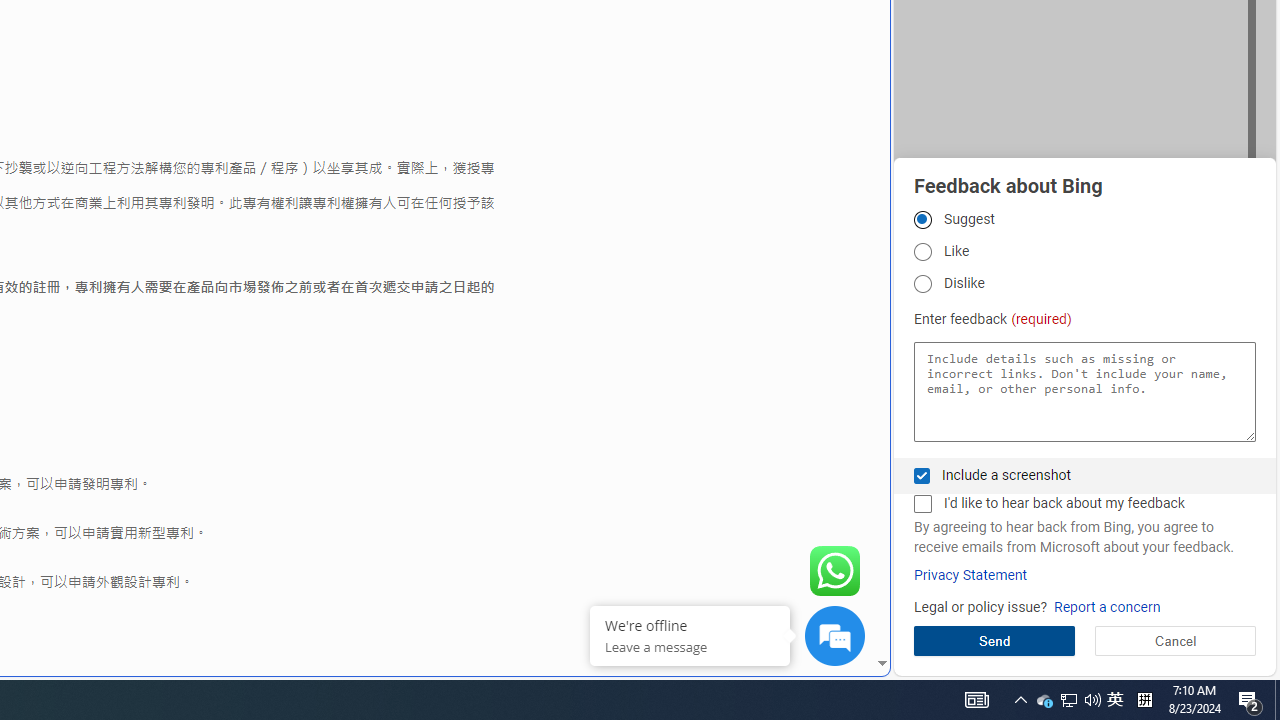 This screenshot has width=1280, height=720. Describe the element at coordinates (921, 250) in the screenshot. I see `'Like'` at that location.